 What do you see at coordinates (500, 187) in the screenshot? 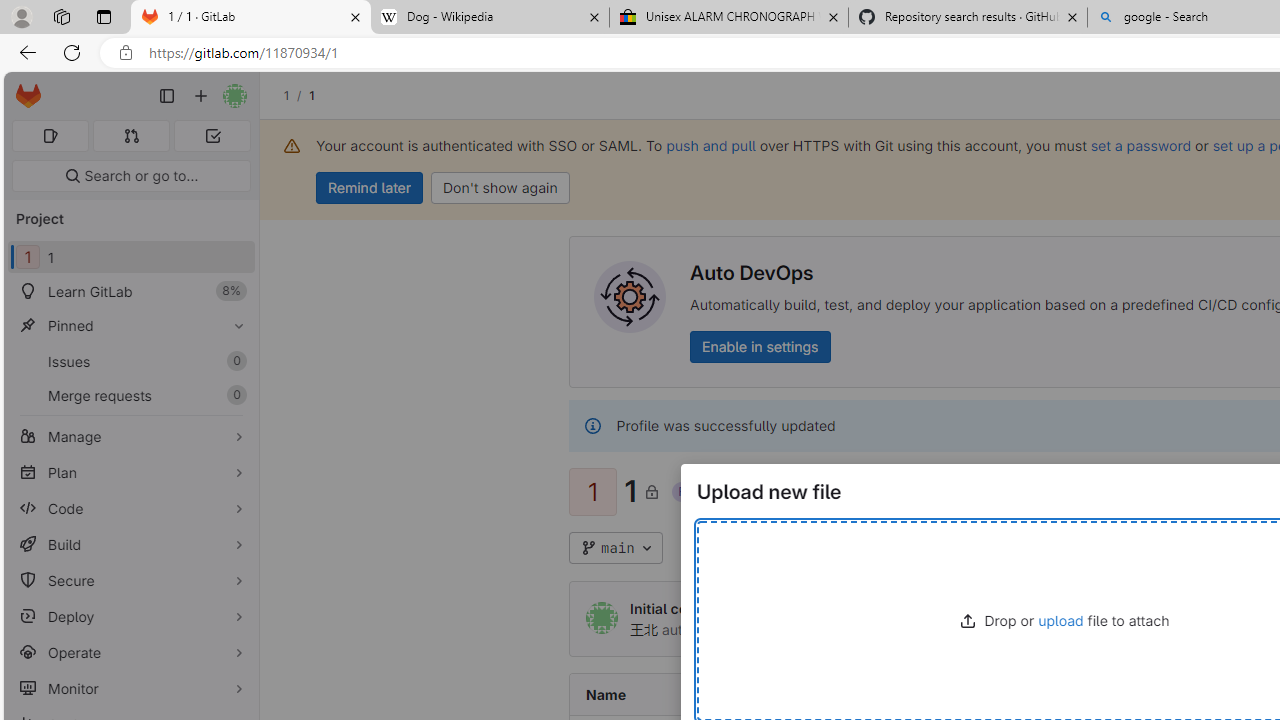
I see `'Don'` at bounding box center [500, 187].